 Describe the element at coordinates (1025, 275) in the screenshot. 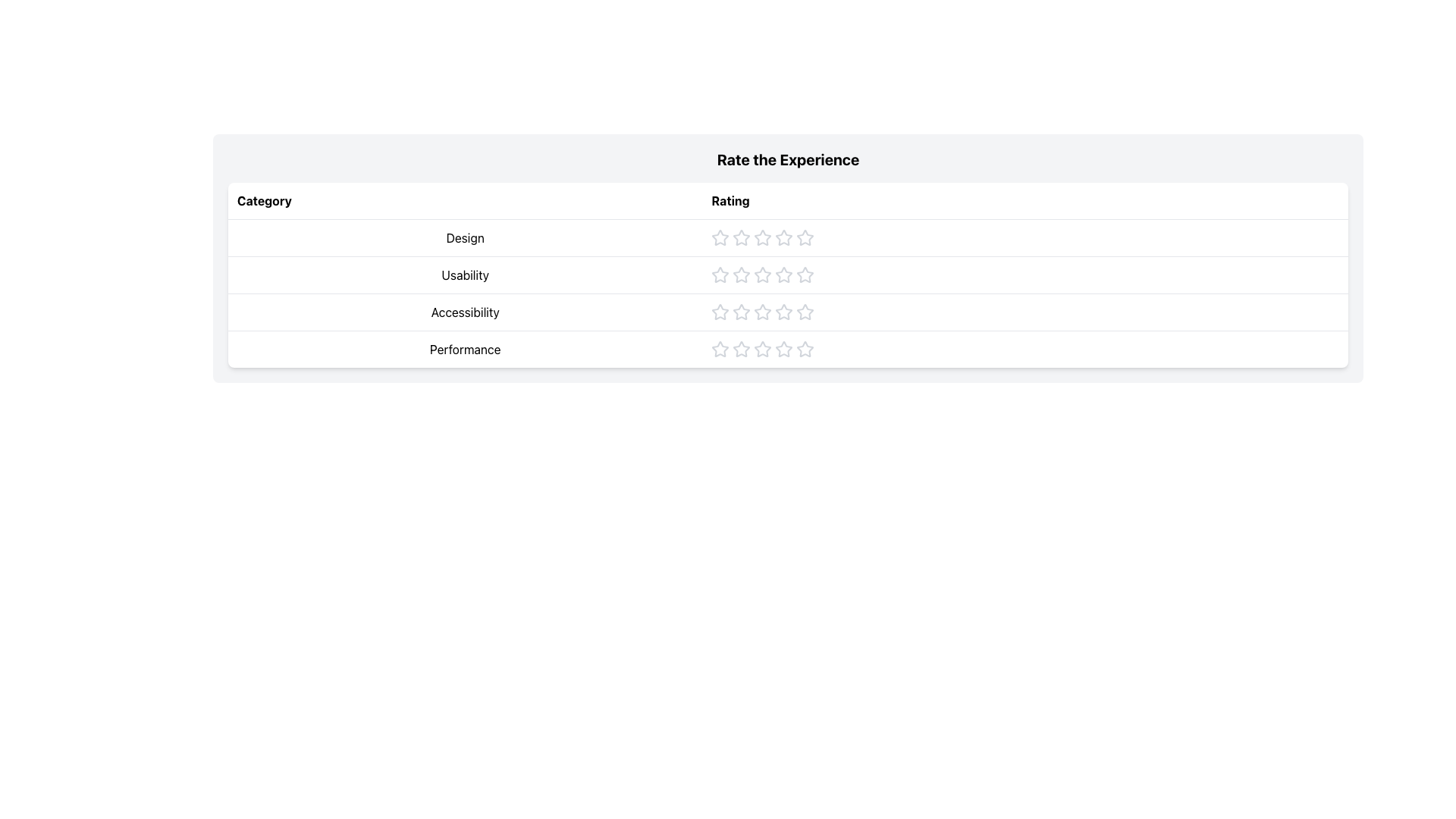

I see `one of the star icons in the 'Usability' rating component` at that location.